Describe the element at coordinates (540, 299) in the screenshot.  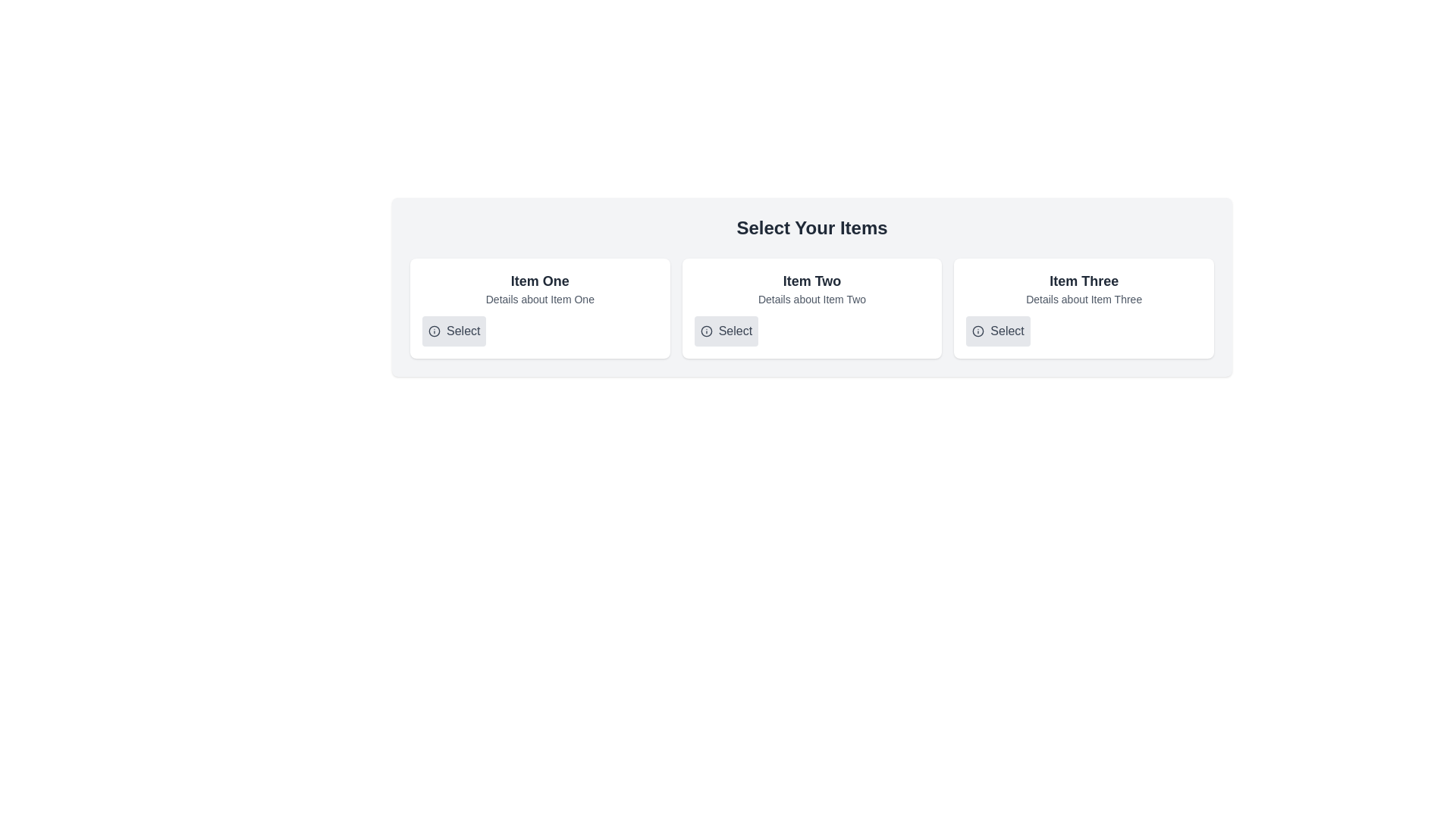
I see `the text label displaying 'Details about Item One', which is positioned below the title 'Item One' in the first card under the header 'Select Your Items'` at that location.